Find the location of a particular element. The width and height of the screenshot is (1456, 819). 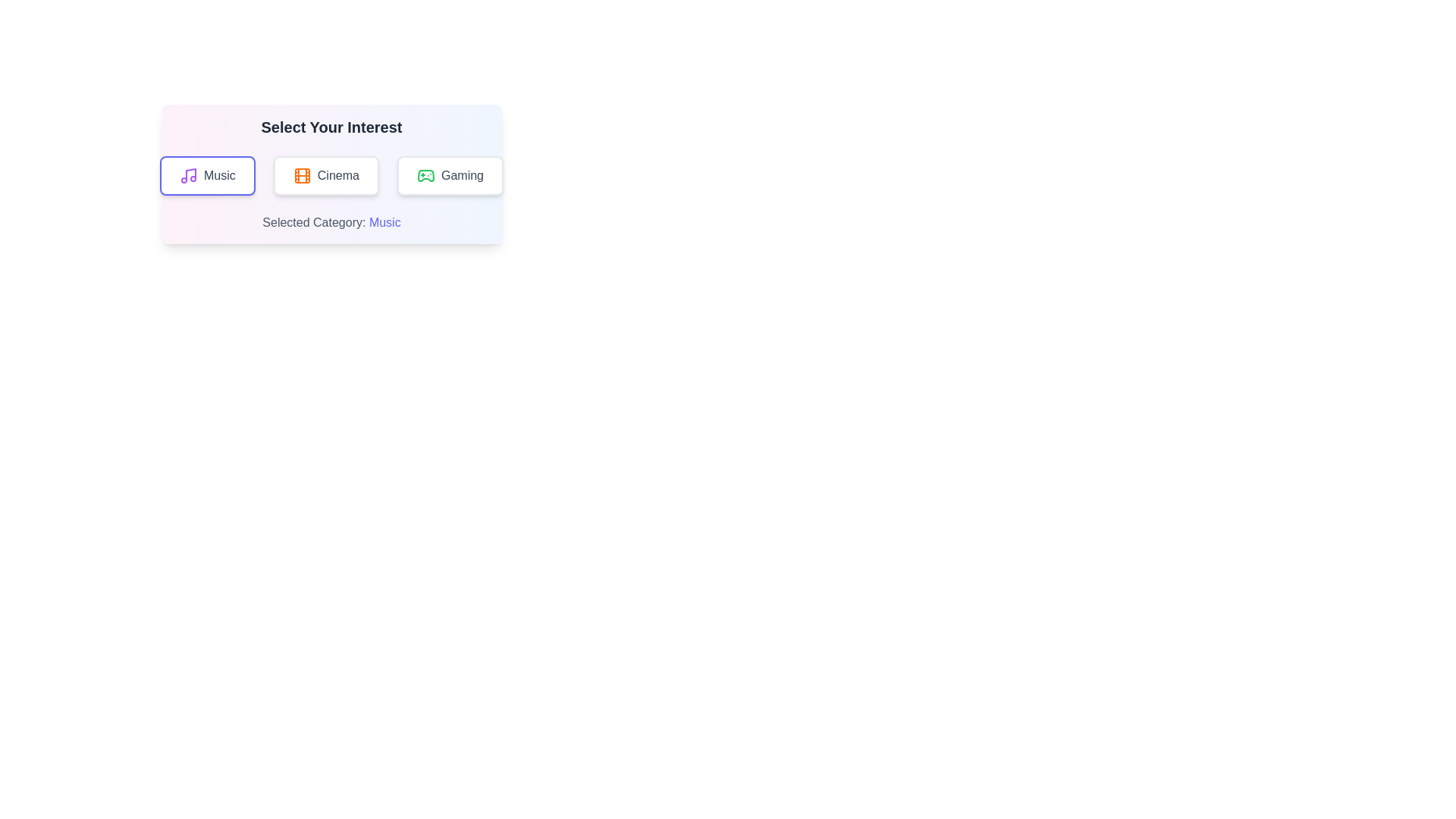

the 'Gaming' button to select the Gaming category is located at coordinates (450, 174).